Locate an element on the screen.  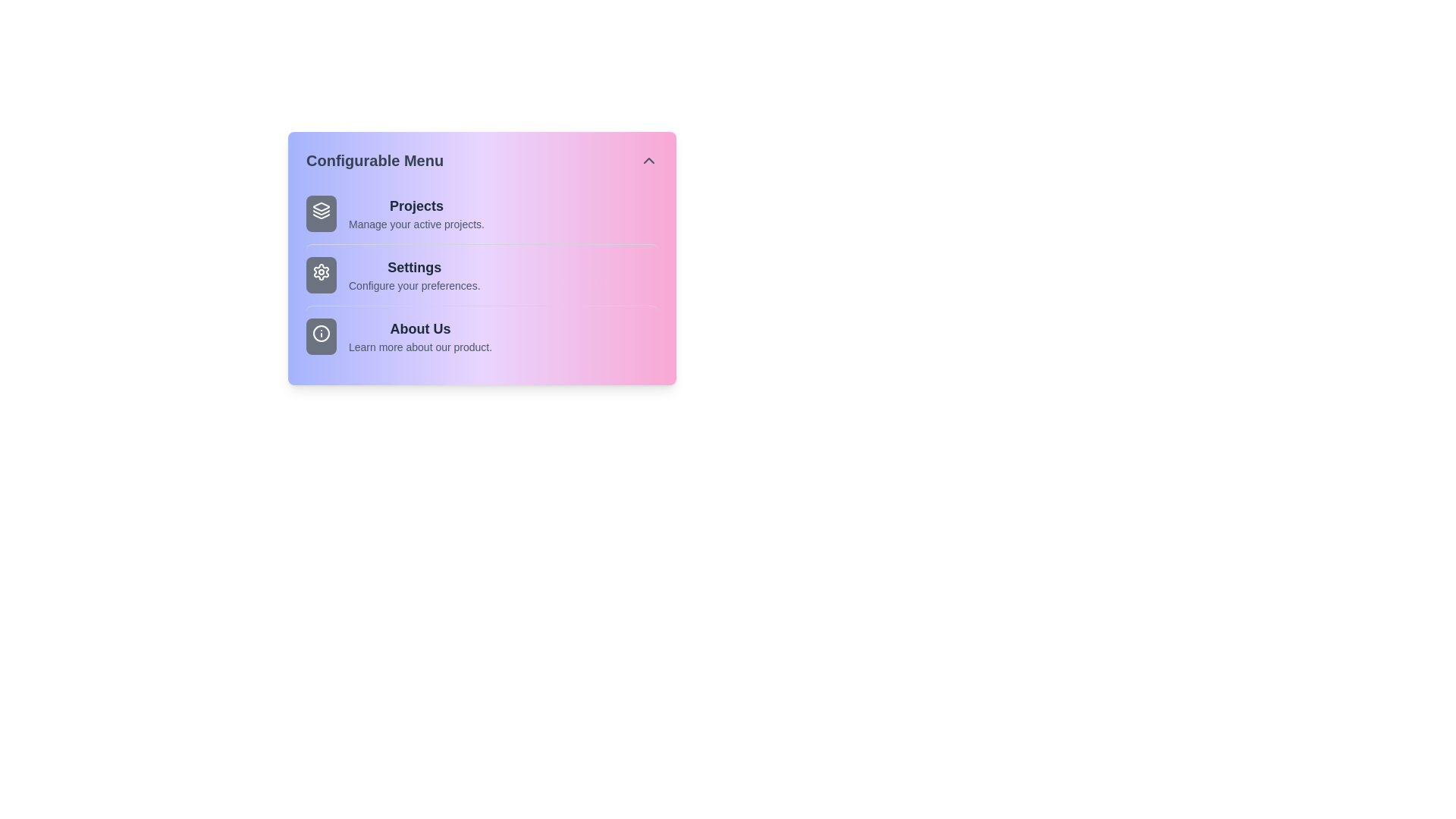
the menu item icon for Settings is located at coordinates (320, 275).